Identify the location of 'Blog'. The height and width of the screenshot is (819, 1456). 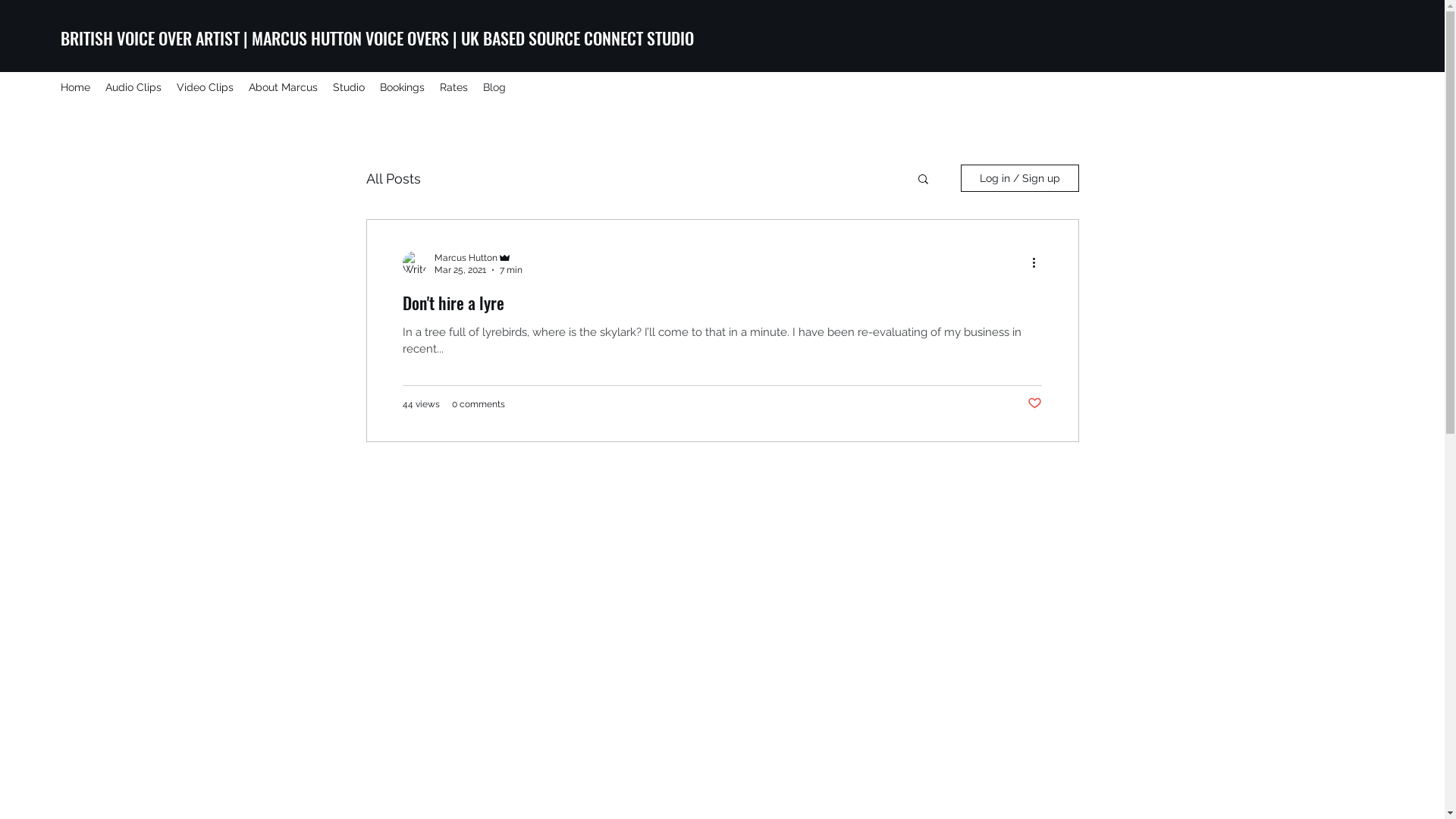
(494, 87).